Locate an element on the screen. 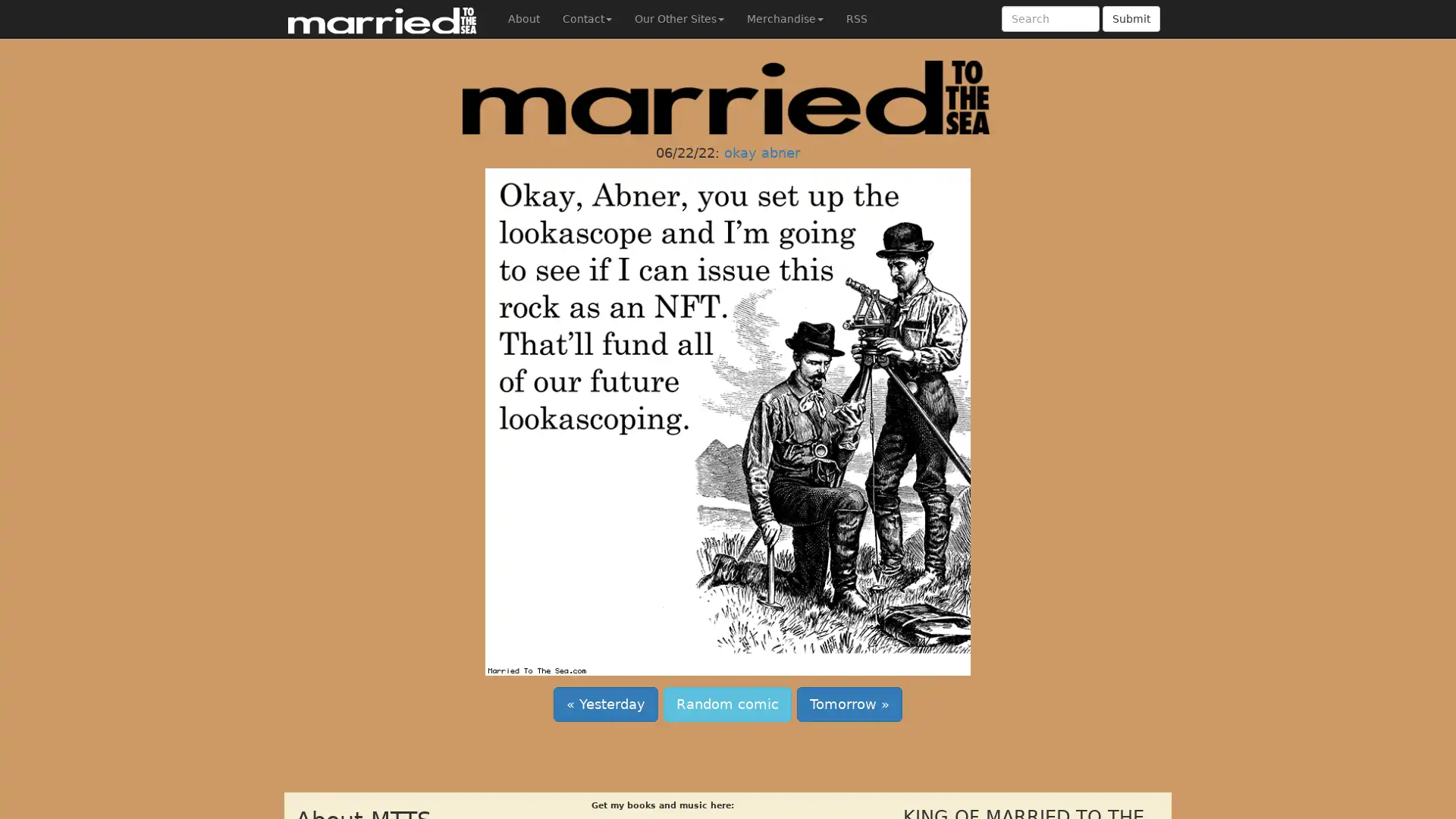  Submit is located at coordinates (1131, 18).